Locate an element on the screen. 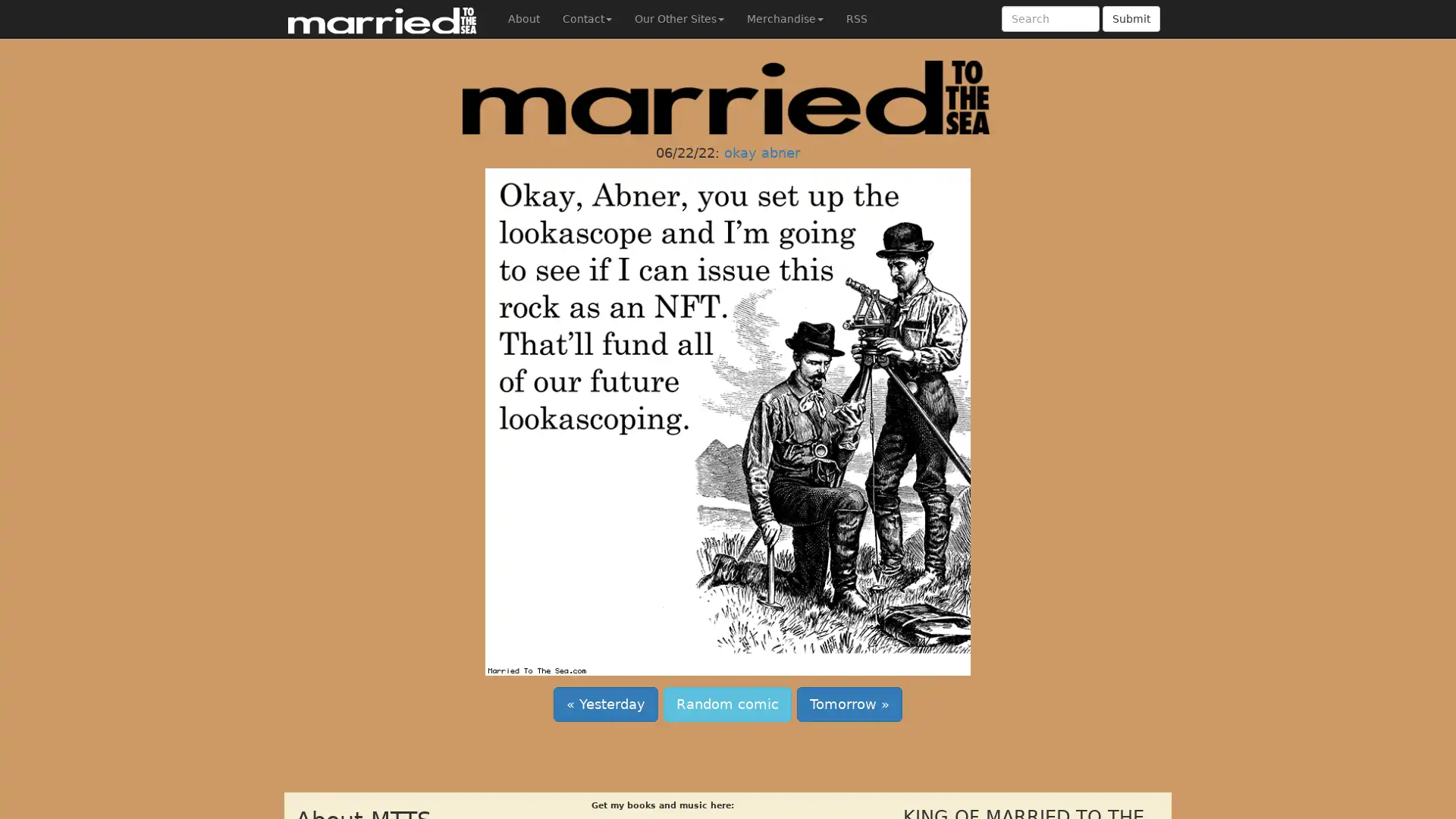  Submit is located at coordinates (1131, 18).